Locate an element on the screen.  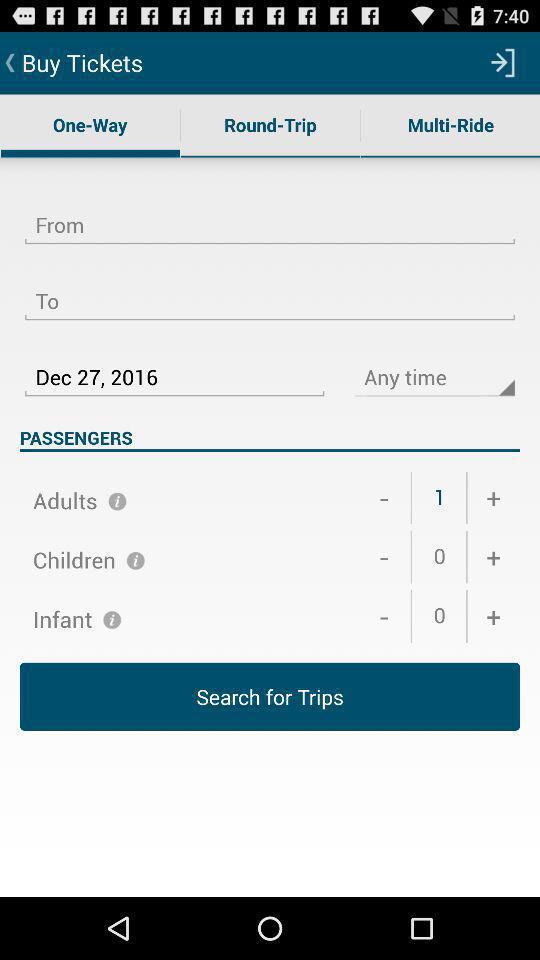
item next to buy tickets app is located at coordinates (502, 62).